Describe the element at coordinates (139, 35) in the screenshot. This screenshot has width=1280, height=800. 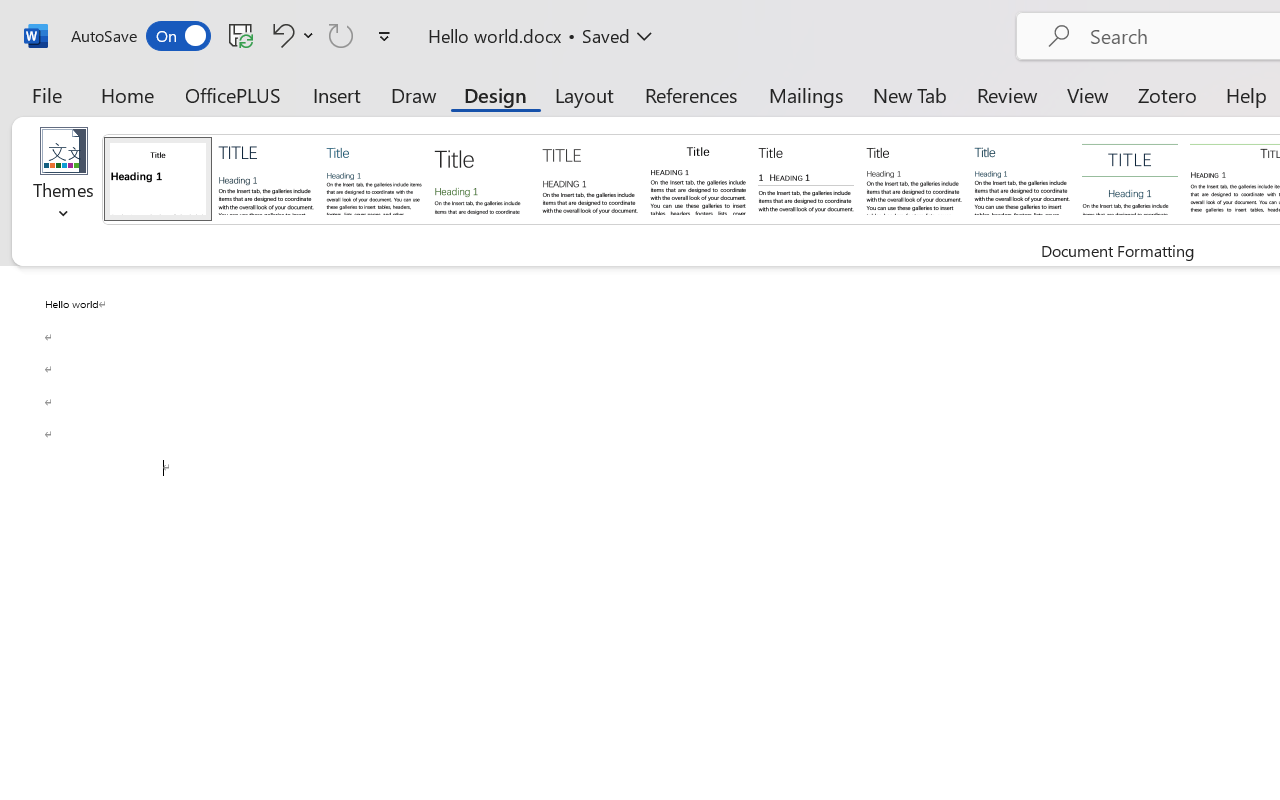
I see `'AutoSave'` at that location.